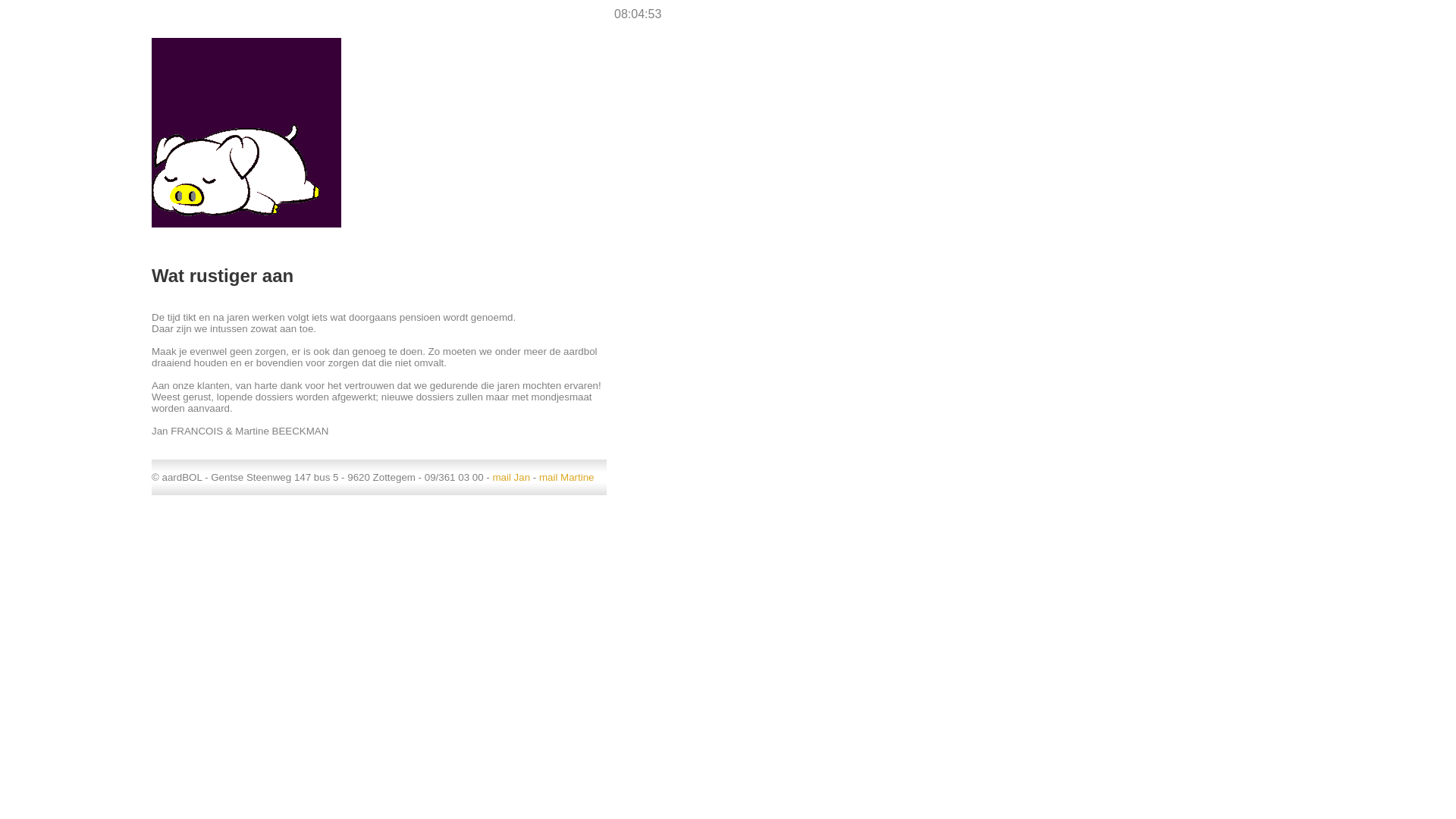  Describe the element at coordinates (510, 476) in the screenshot. I see `'mail Jan'` at that location.